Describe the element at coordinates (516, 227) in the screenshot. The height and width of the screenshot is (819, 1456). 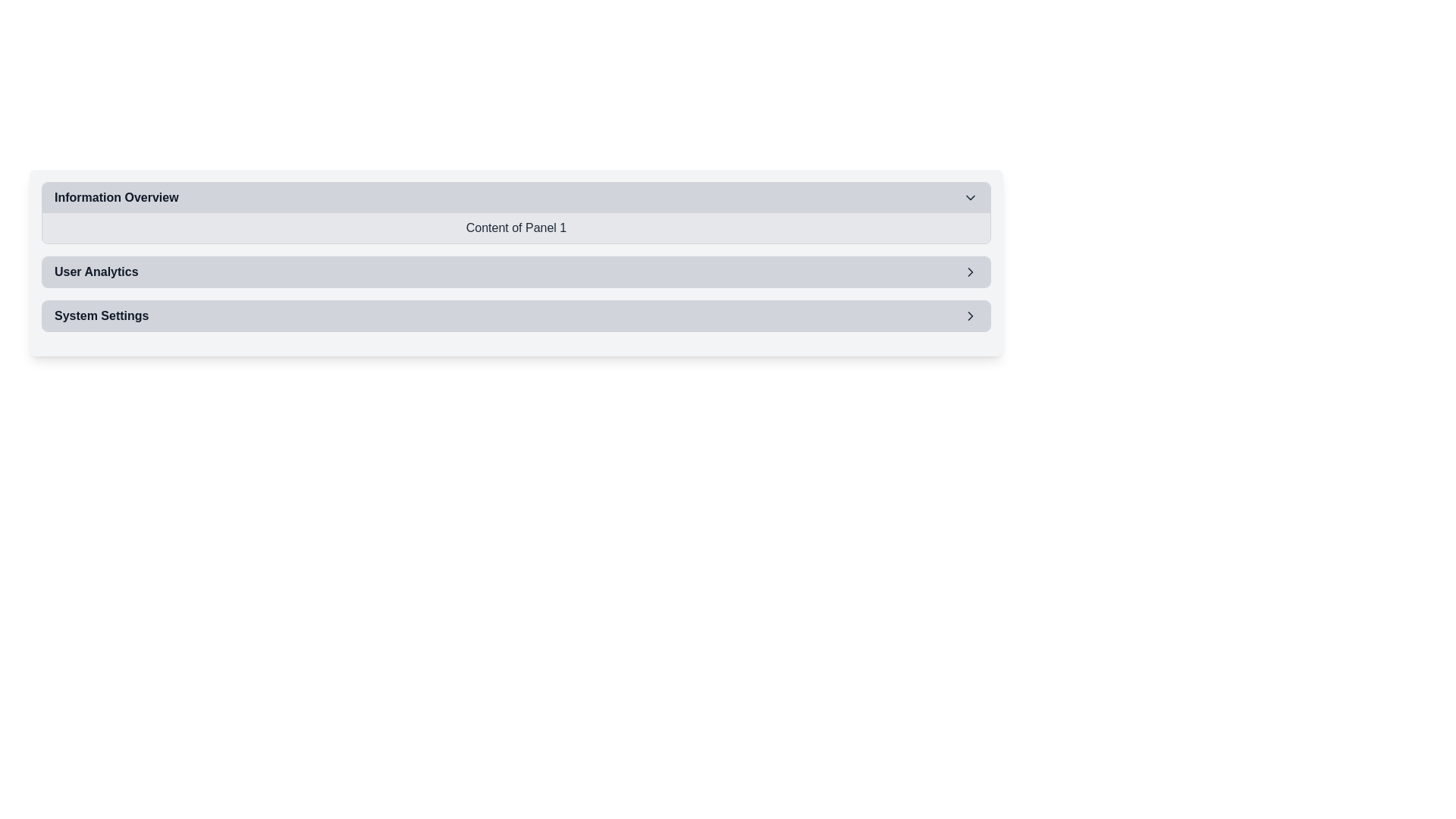
I see `content from the Text Display Block that has a gray background and contains the text 'Content of Panel 1', located under the 'Information Overview' header` at that location.